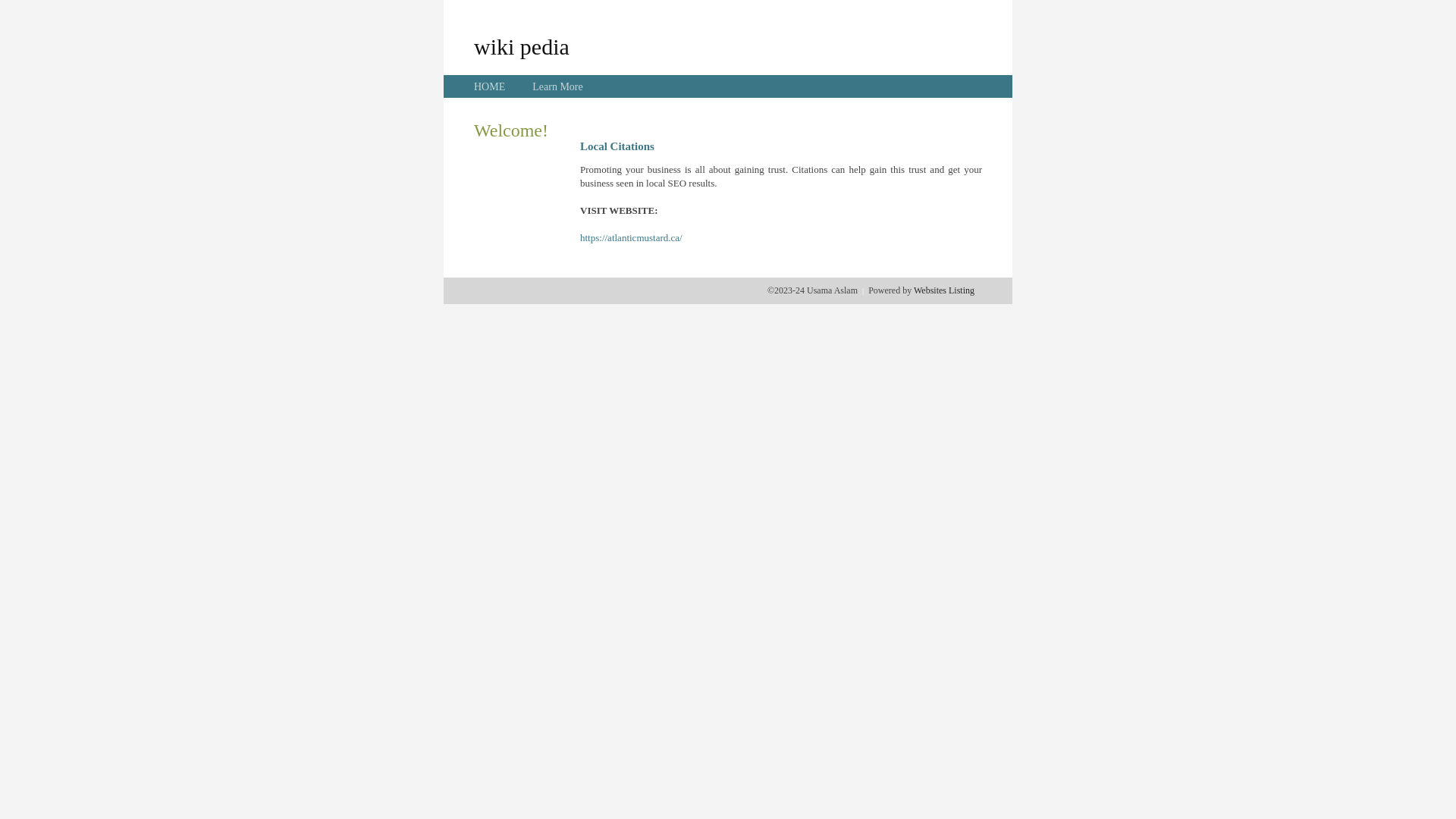  I want to click on 'wiki pedia', so click(521, 45).